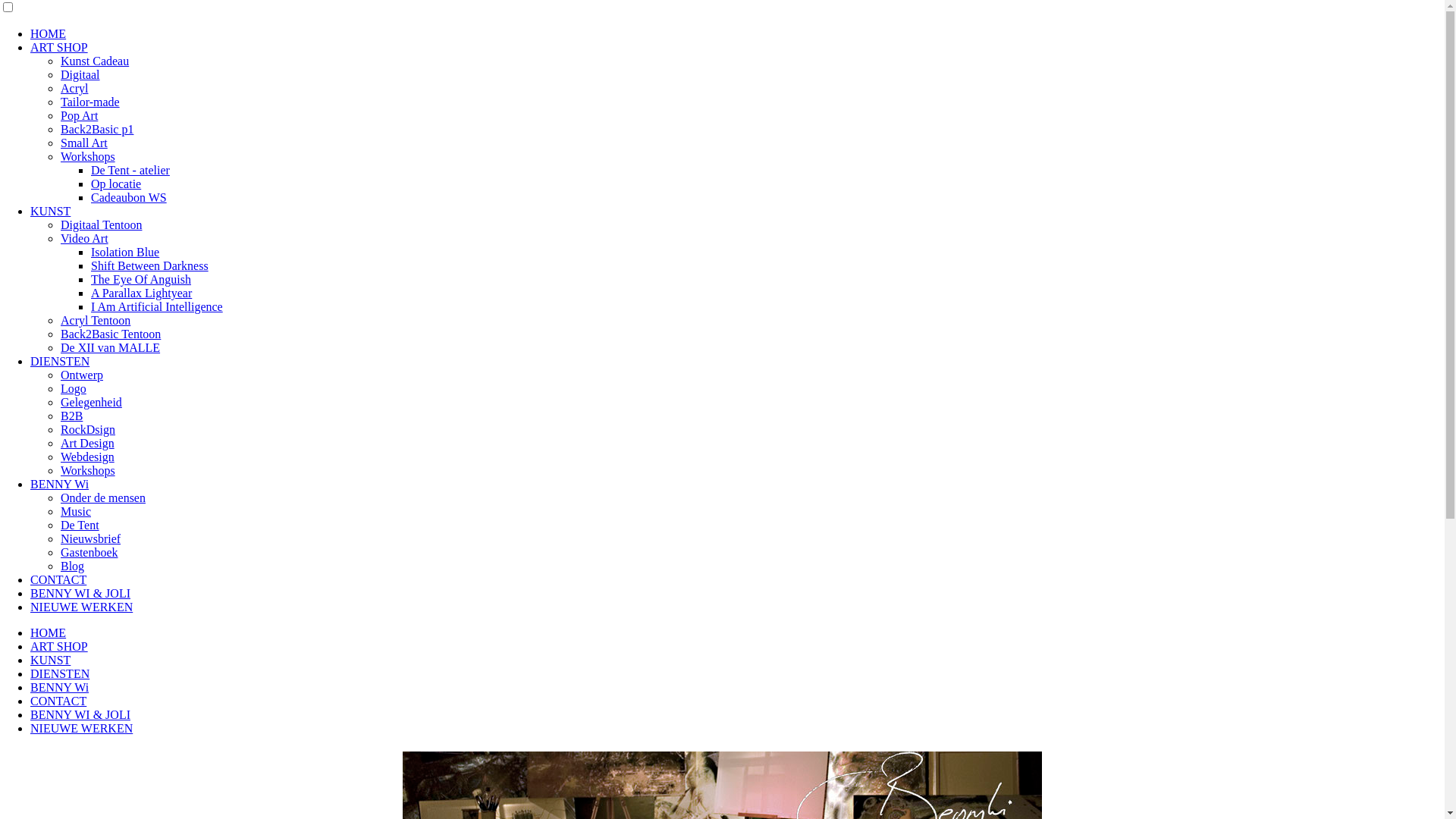  I want to click on 'Webdesign', so click(86, 456).